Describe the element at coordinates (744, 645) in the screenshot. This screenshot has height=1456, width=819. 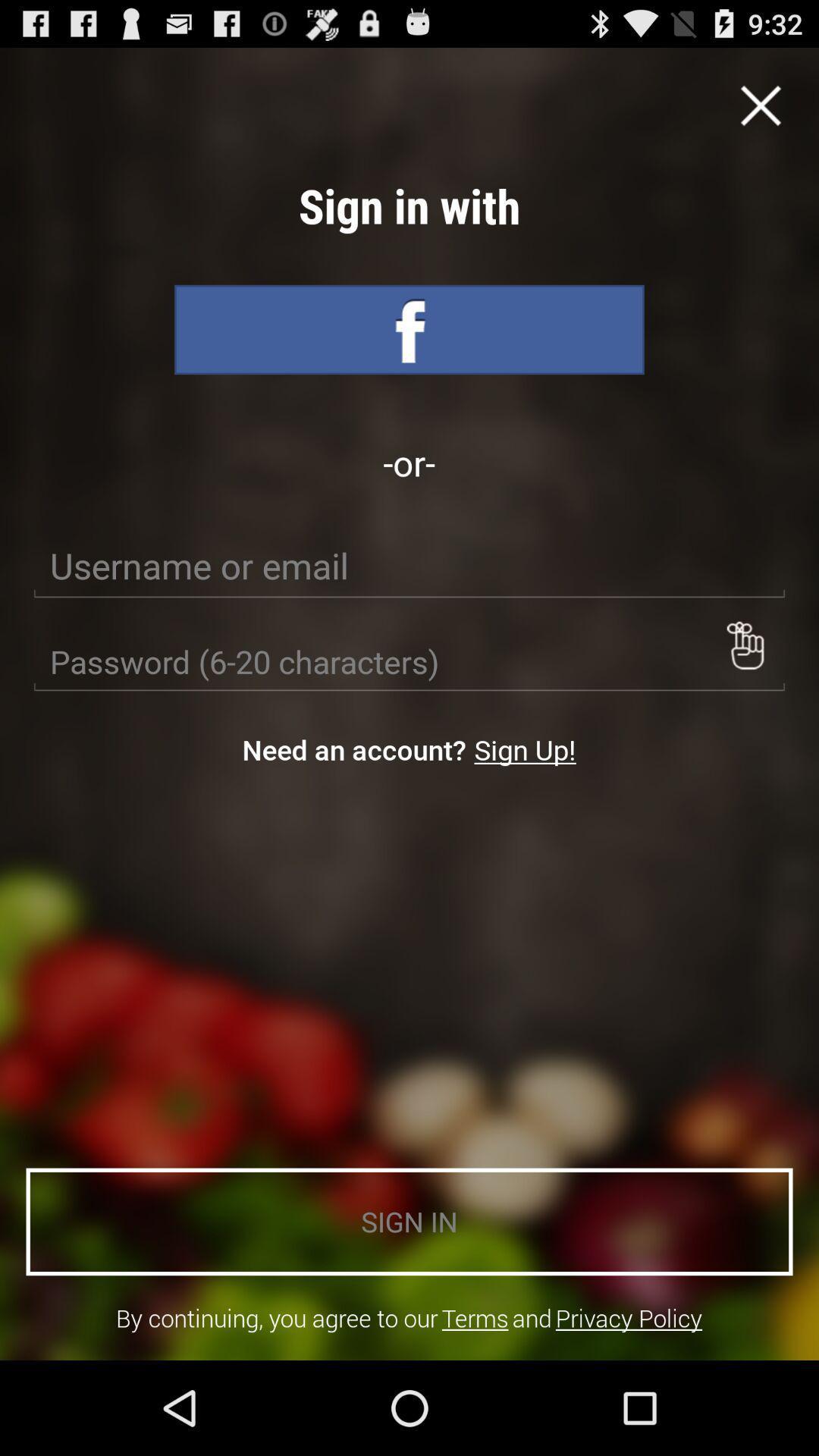
I see `show password option` at that location.